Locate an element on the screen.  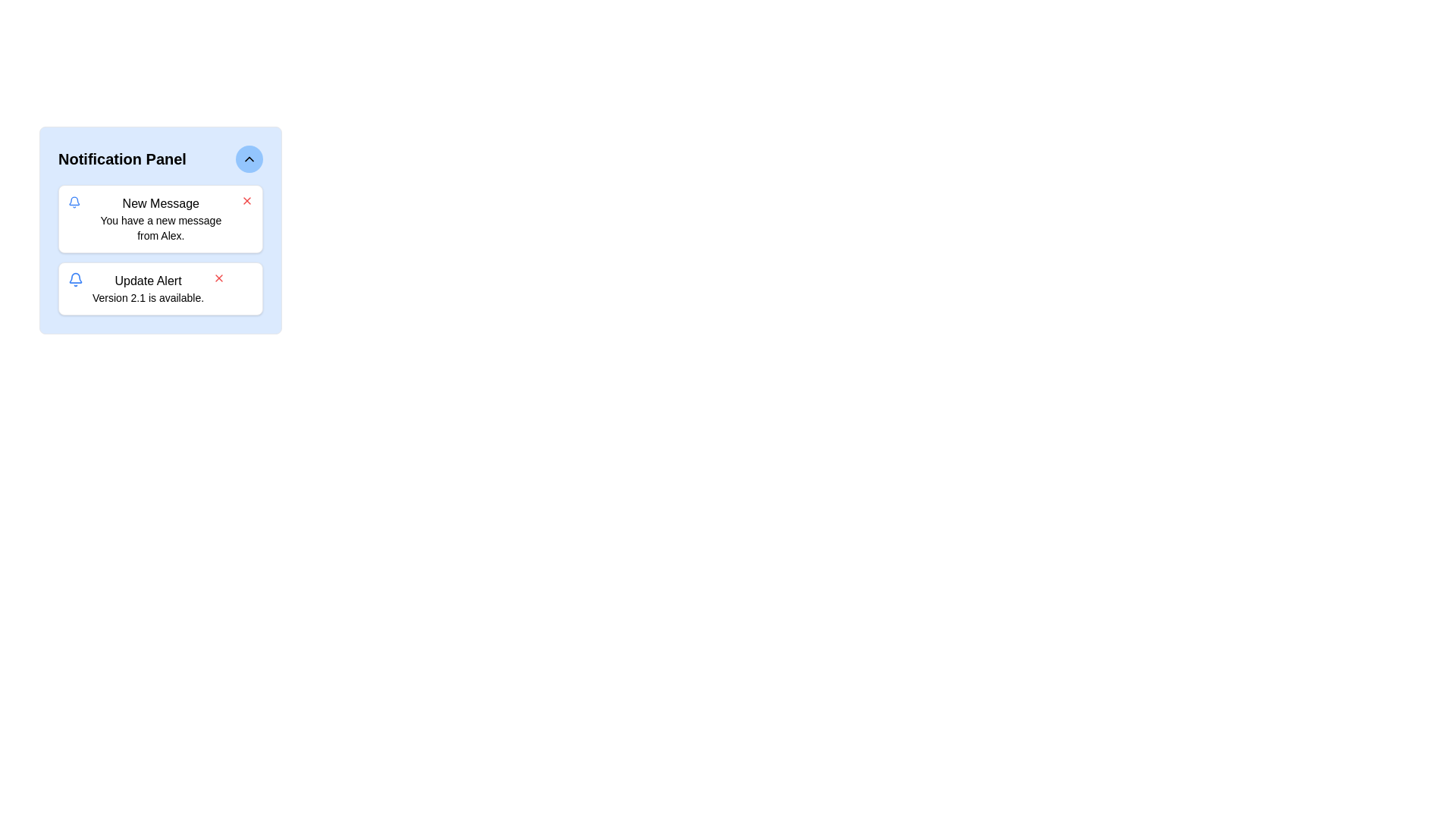
the Notification card that informs about a new message from Alex, which is the top notification in the panel is located at coordinates (161, 219).